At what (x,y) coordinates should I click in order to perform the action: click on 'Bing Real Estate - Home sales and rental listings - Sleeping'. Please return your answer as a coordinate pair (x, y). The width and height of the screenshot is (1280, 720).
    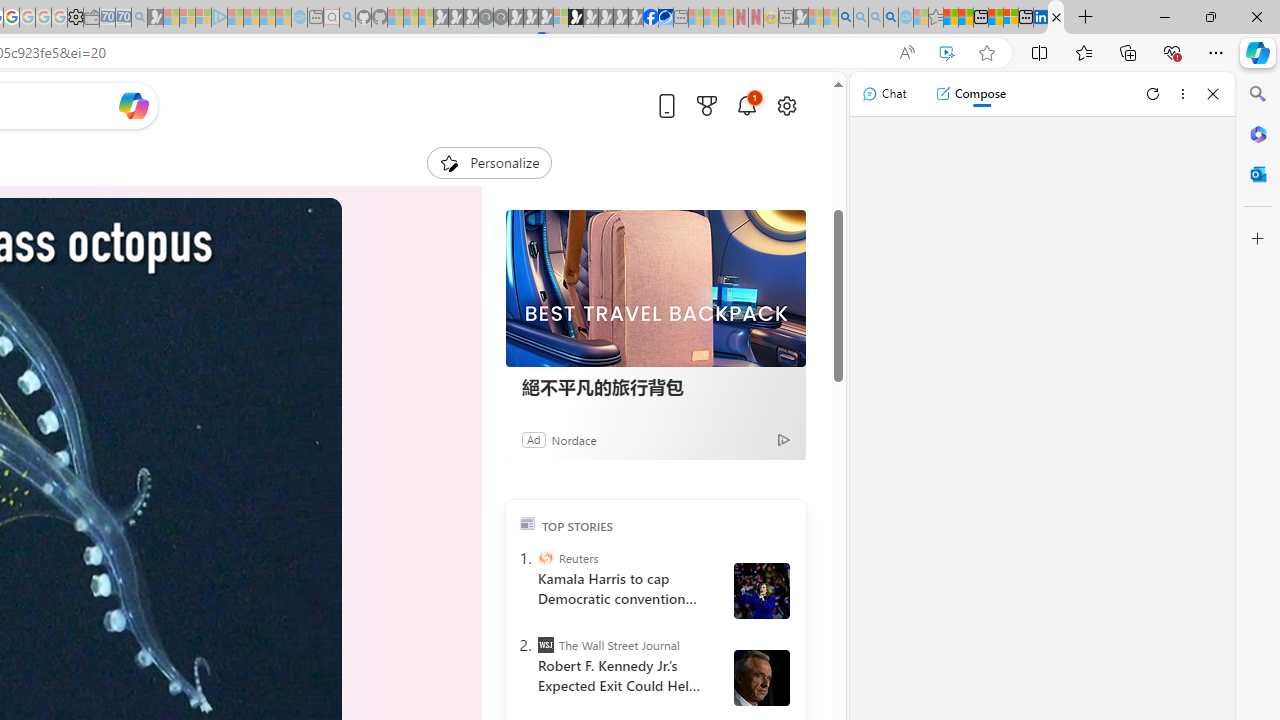
    Looking at the image, I should click on (138, 17).